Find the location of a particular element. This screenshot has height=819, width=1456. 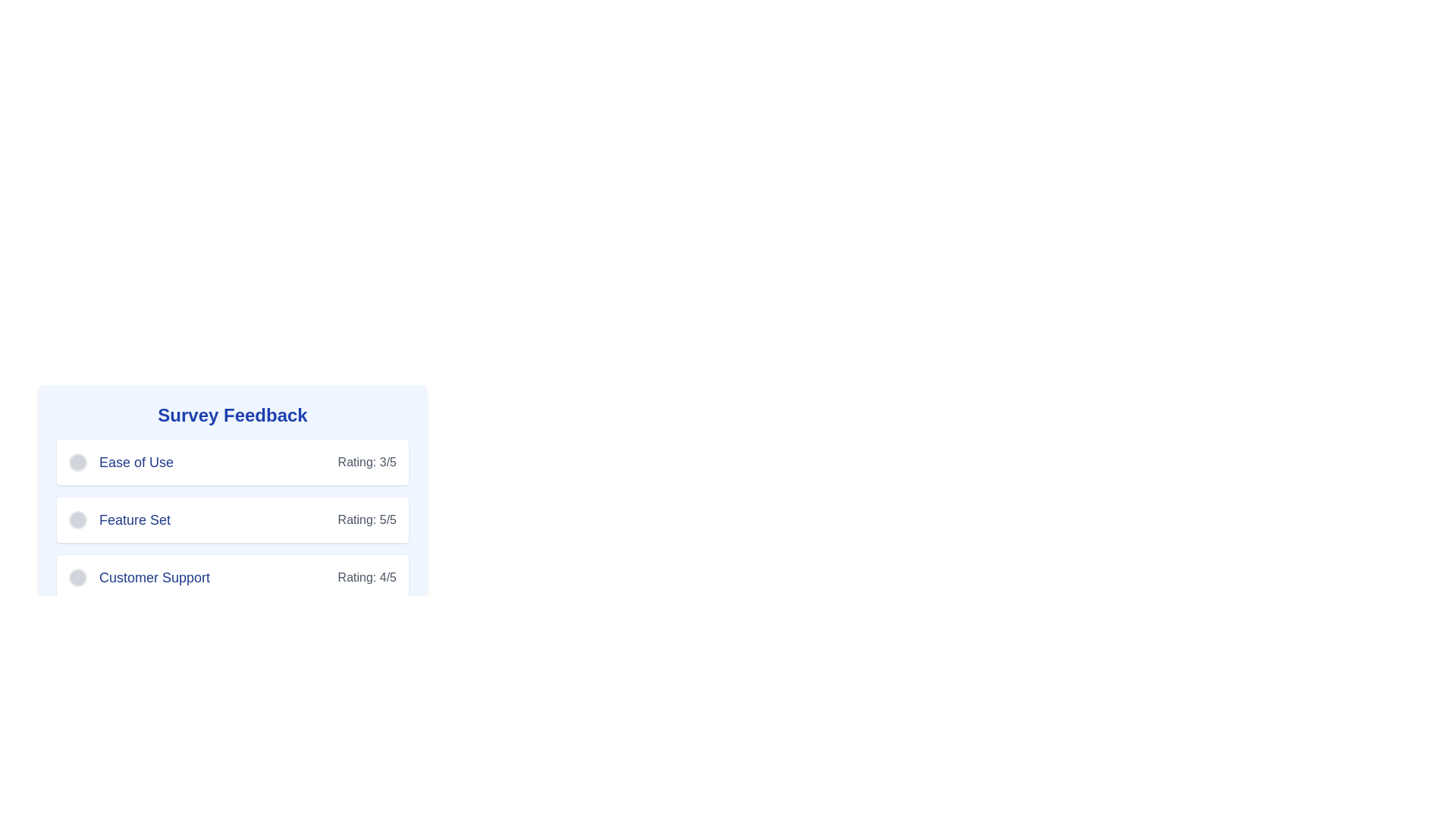

the 'Feature Set' label, which has a gray circular icon on the left and blue bold text on the right, located in the second row of the feedback items under the 'Survey Feedback' section is located at coordinates (119, 519).